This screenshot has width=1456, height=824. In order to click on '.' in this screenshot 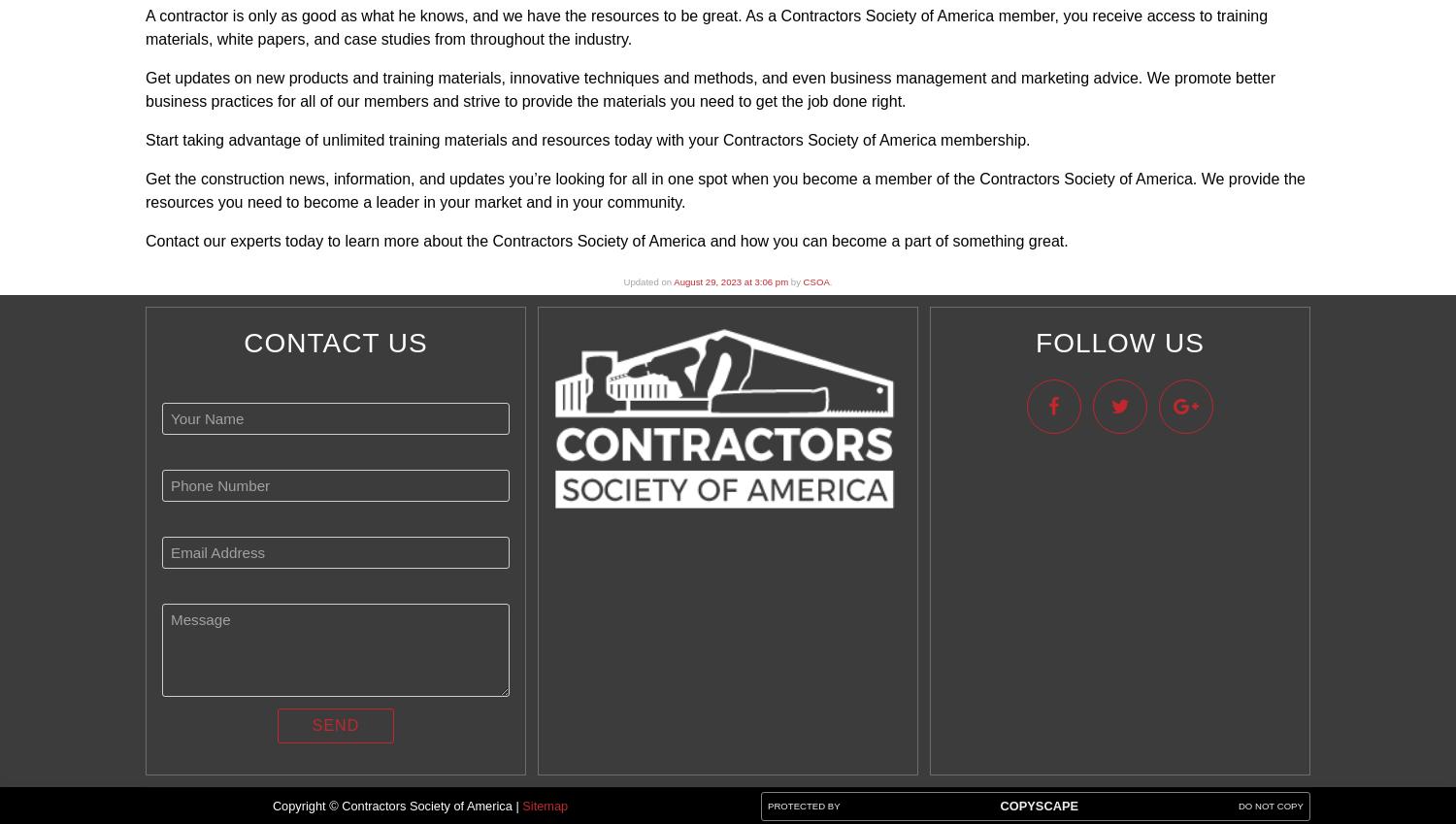, I will do `click(827, 280)`.